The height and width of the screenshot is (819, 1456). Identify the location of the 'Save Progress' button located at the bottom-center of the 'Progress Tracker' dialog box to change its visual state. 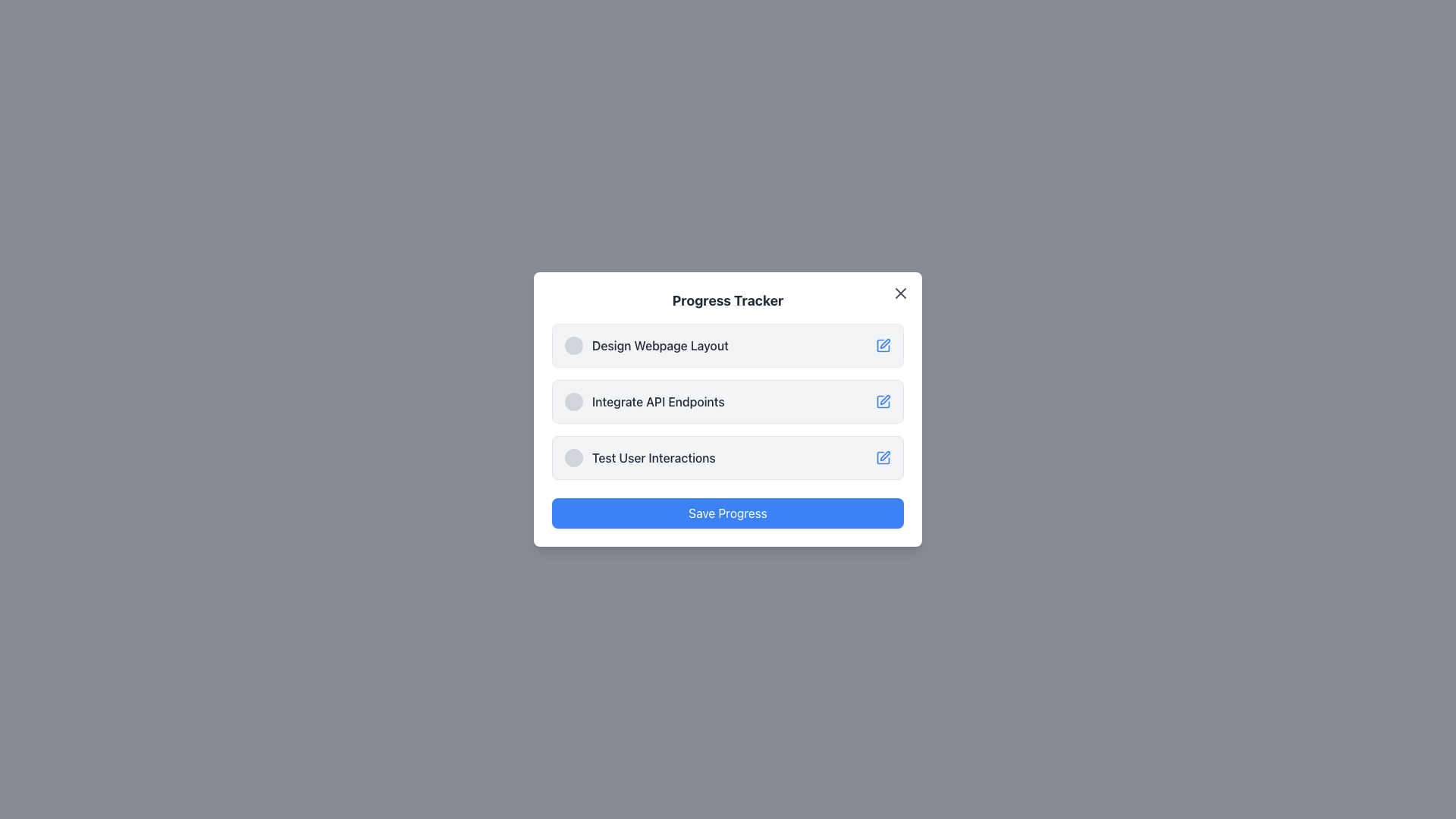
(728, 513).